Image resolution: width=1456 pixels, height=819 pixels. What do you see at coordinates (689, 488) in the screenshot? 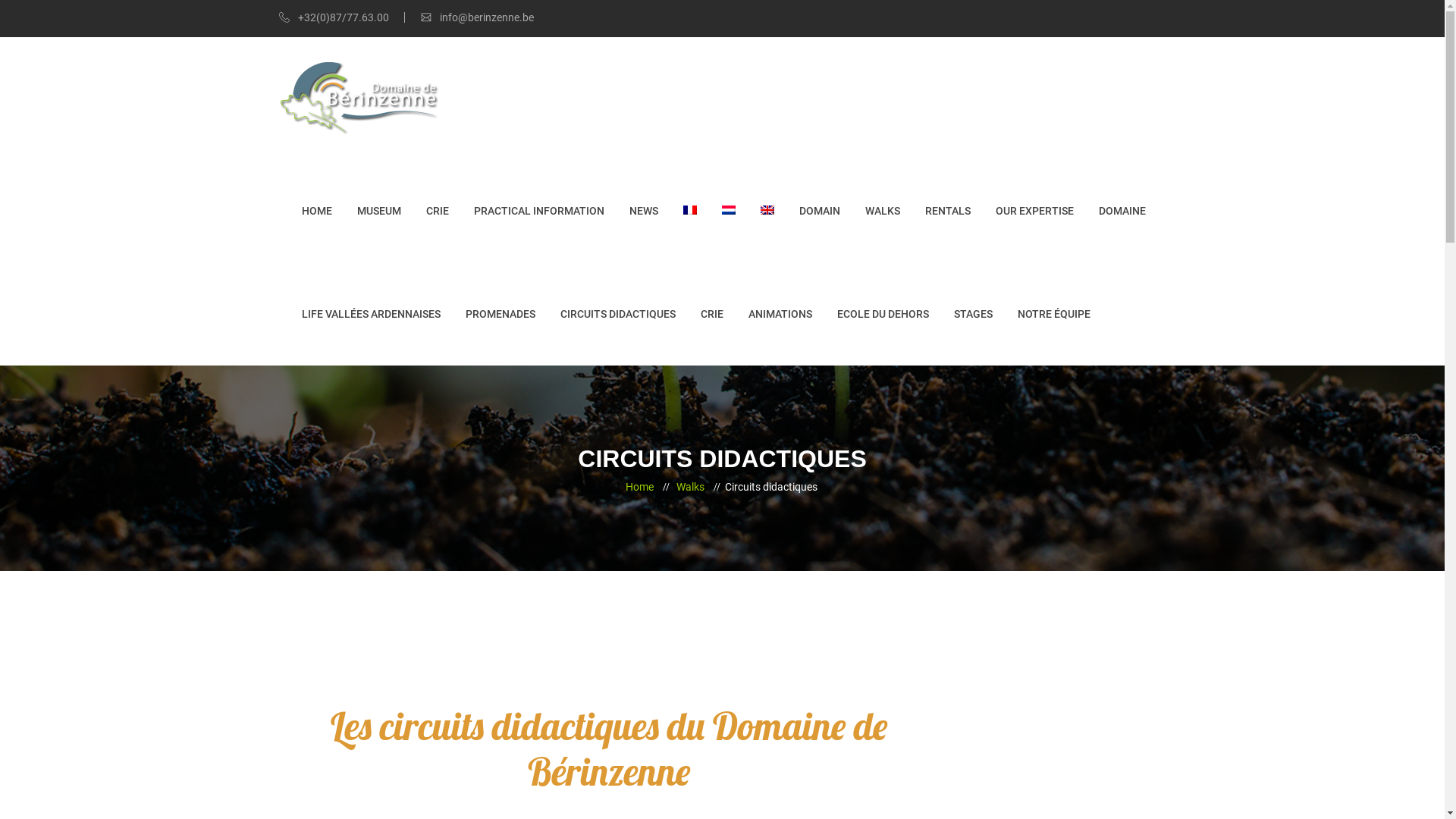
I see `'Walks'` at bounding box center [689, 488].